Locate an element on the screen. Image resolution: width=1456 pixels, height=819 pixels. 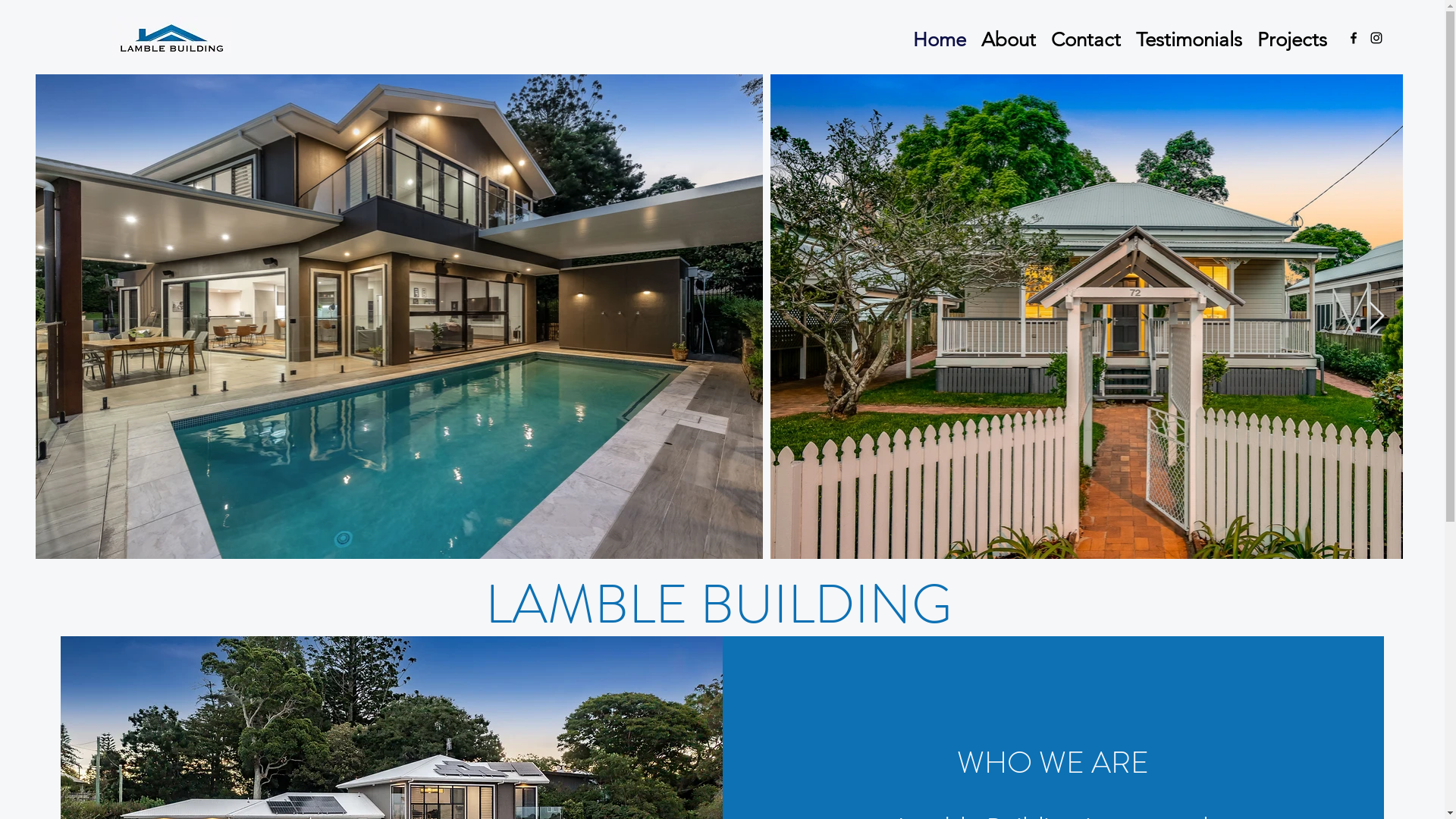
'About' is located at coordinates (1008, 37).